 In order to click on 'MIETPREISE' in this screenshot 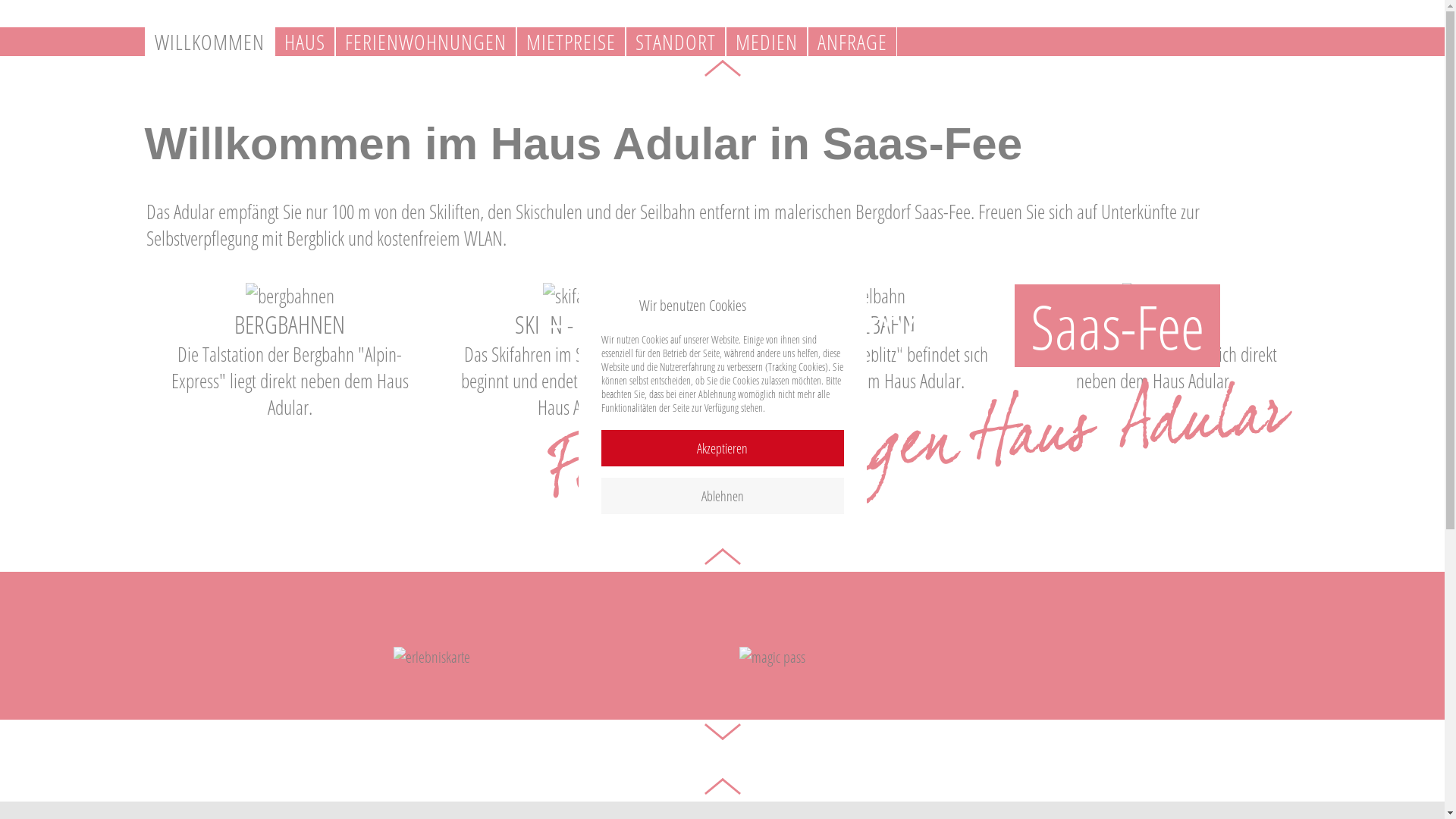, I will do `click(570, 40)`.